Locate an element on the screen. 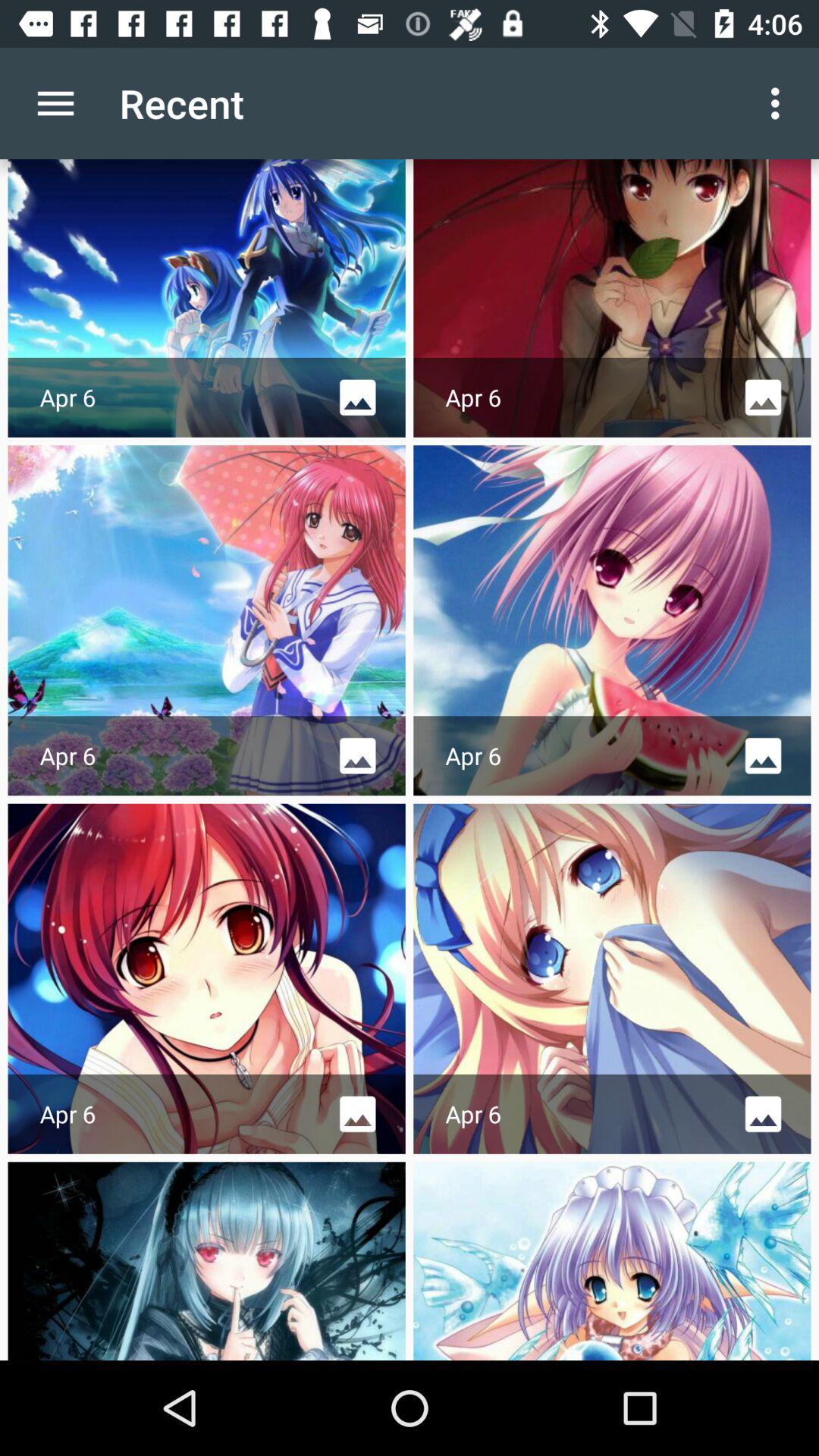 The width and height of the screenshot is (819, 1456). icon next to recent app is located at coordinates (55, 102).